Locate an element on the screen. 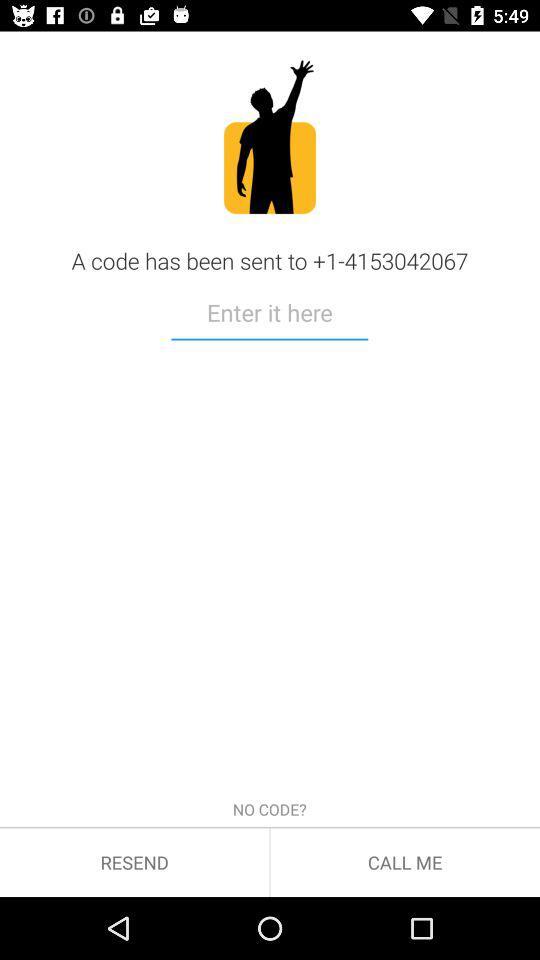 The height and width of the screenshot is (960, 540). the call me at the bottom right corner is located at coordinates (405, 861).